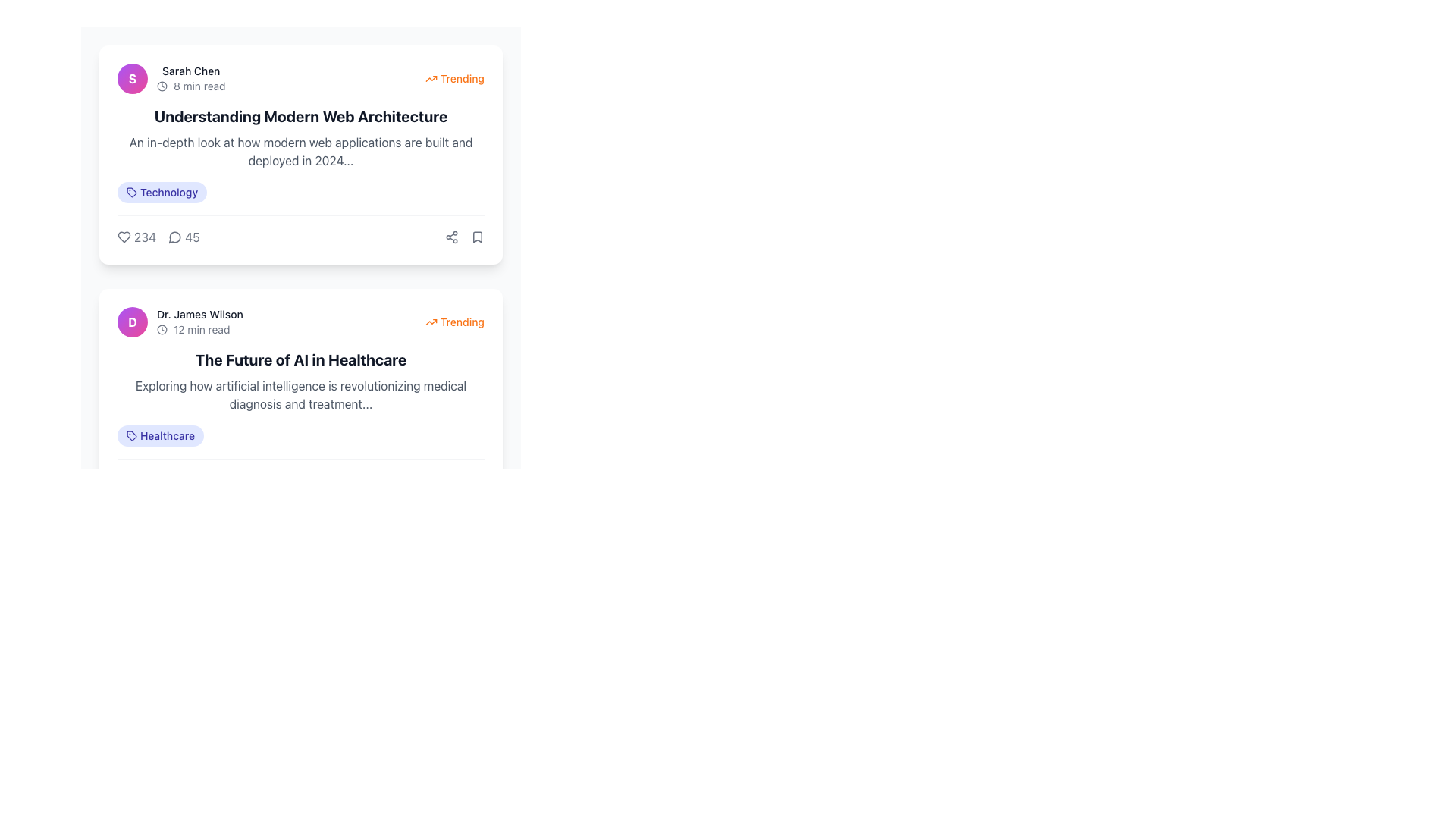 The image size is (1456, 819). I want to click on the circular profile icon featuring a gradient background and the letter 'D' in bold white text, which is located to the far left of the text 'Dr. James Wilson 12 min read', so click(132, 321).